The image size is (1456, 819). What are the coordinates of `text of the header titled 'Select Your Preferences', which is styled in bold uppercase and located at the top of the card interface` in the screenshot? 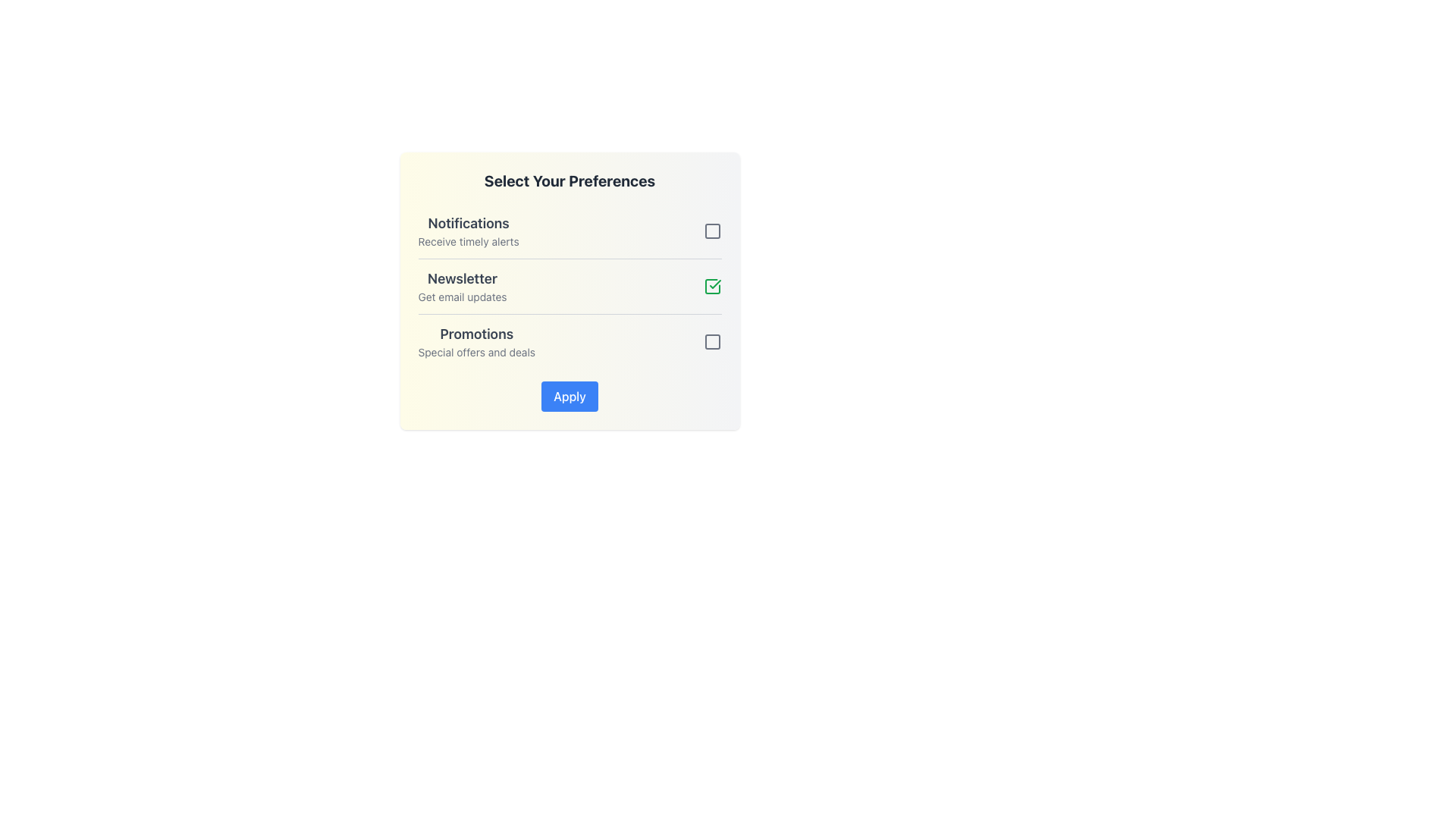 It's located at (569, 180).